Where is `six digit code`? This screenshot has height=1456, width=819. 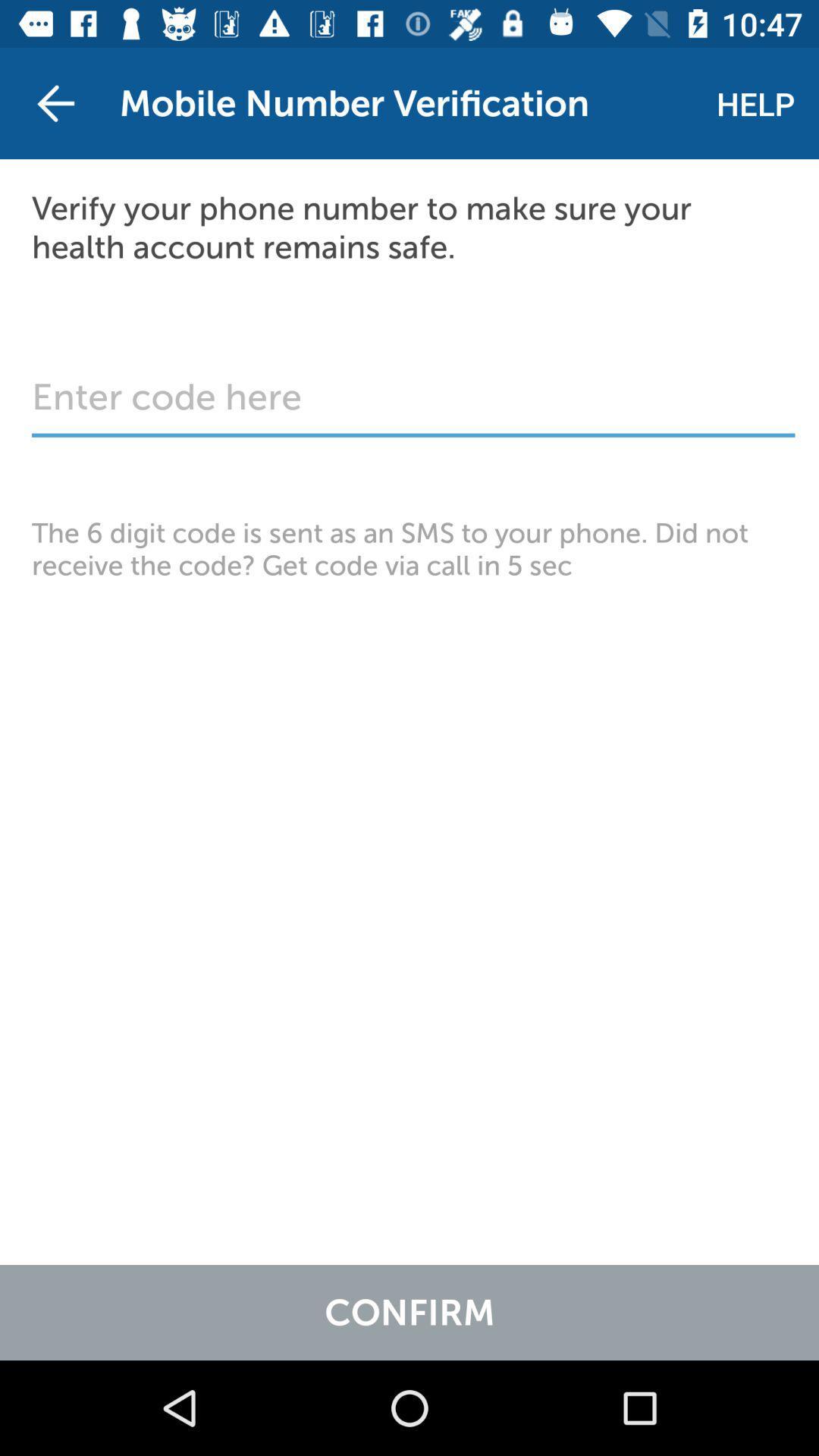 six digit code is located at coordinates (413, 404).